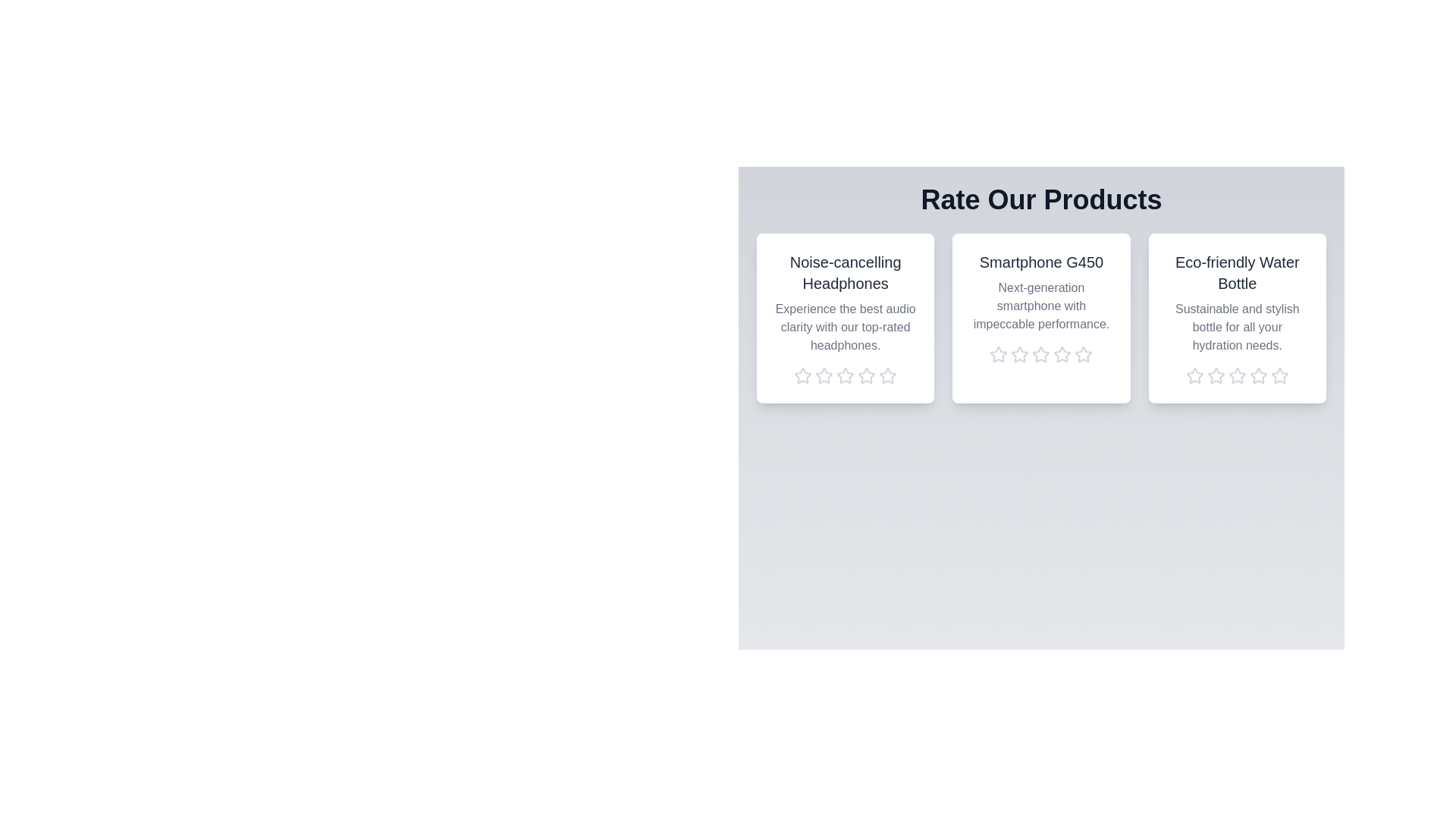 Image resolution: width=1456 pixels, height=819 pixels. Describe the element at coordinates (1237, 375) in the screenshot. I see `the rating of the product 'Eco-friendly Water Bottle' to 3 stars` at that location.